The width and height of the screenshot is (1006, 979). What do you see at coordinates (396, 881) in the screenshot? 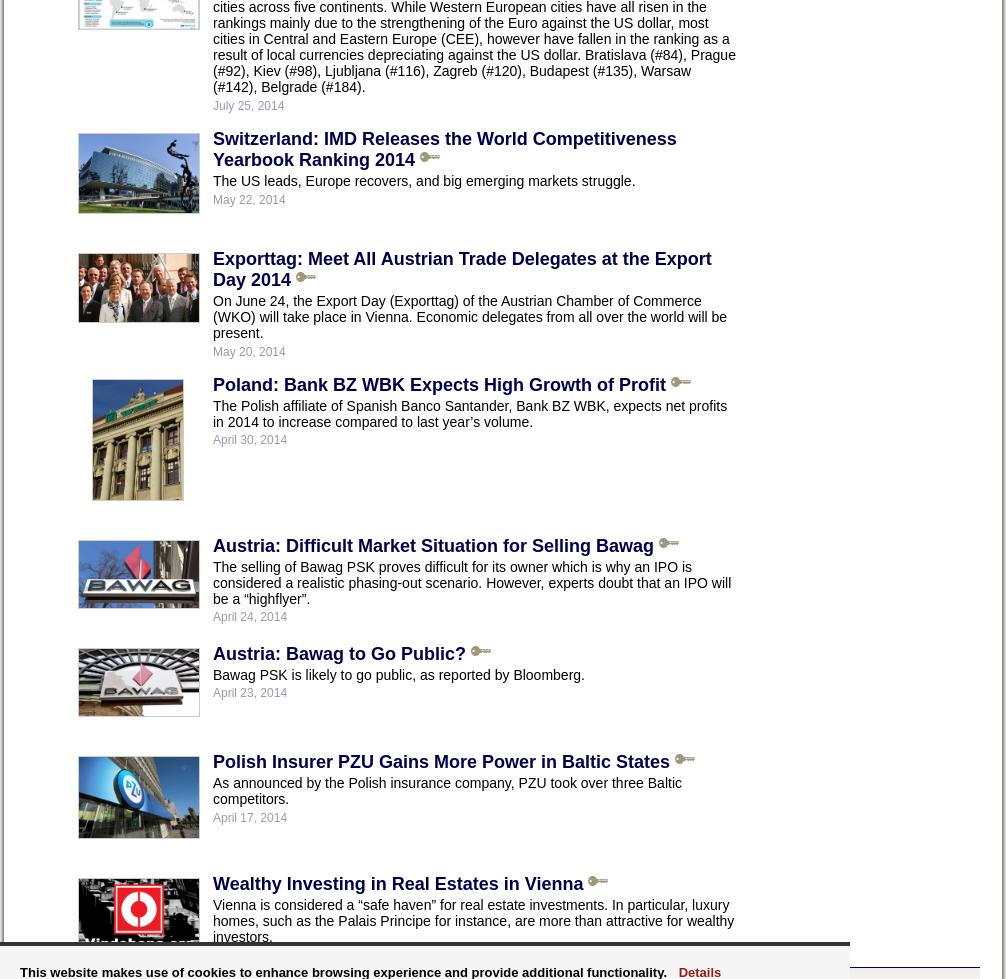
I see `'Wealthy Investing in Real Estates in Vienna'` at bounding box center [396, 881].